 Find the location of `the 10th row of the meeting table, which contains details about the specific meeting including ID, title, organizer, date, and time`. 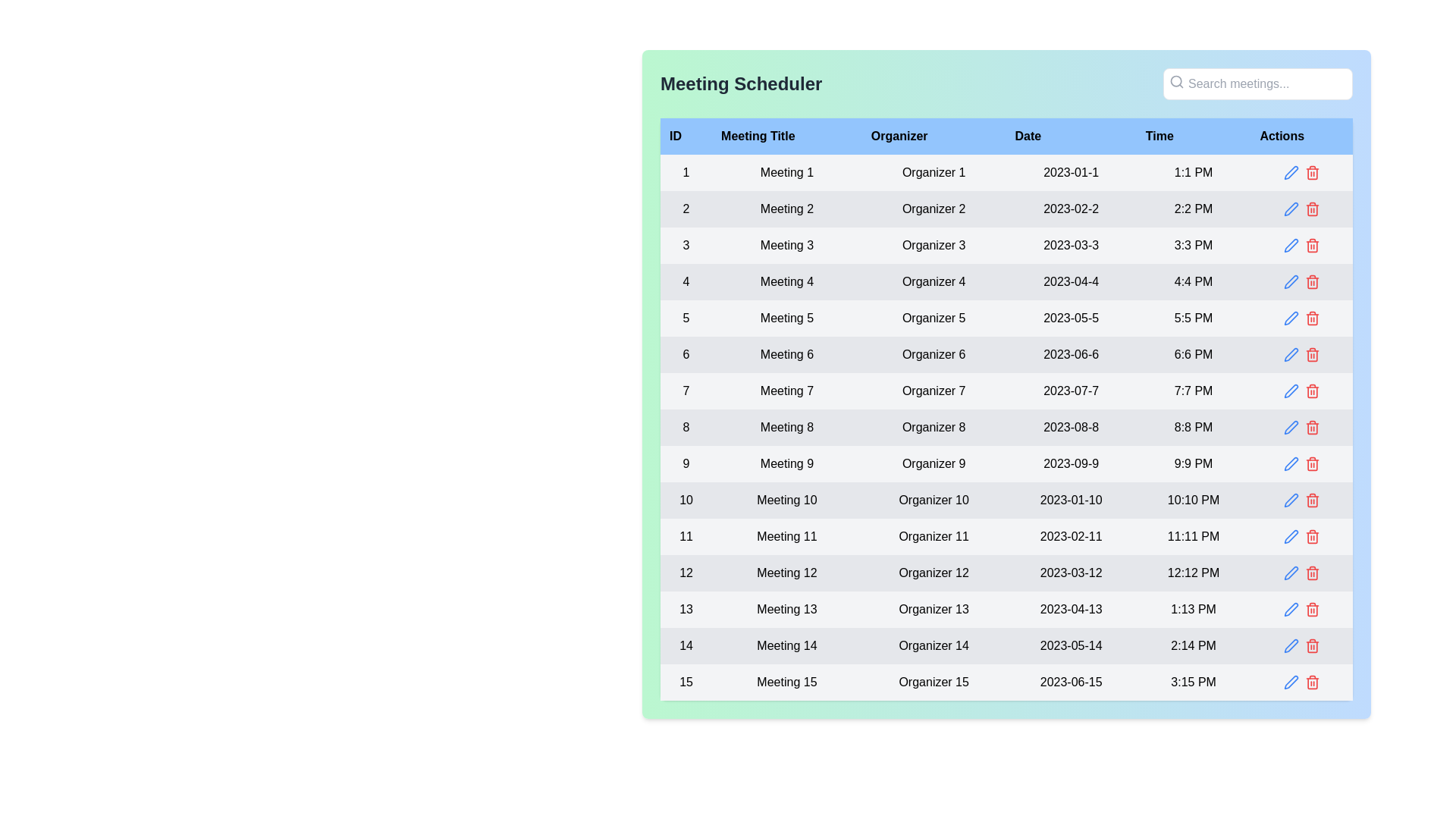

the 10th row of the meeting table, which contains details about the specific meeting including ID, title, organizer, date, and time is located at coordinates (1006, 500).